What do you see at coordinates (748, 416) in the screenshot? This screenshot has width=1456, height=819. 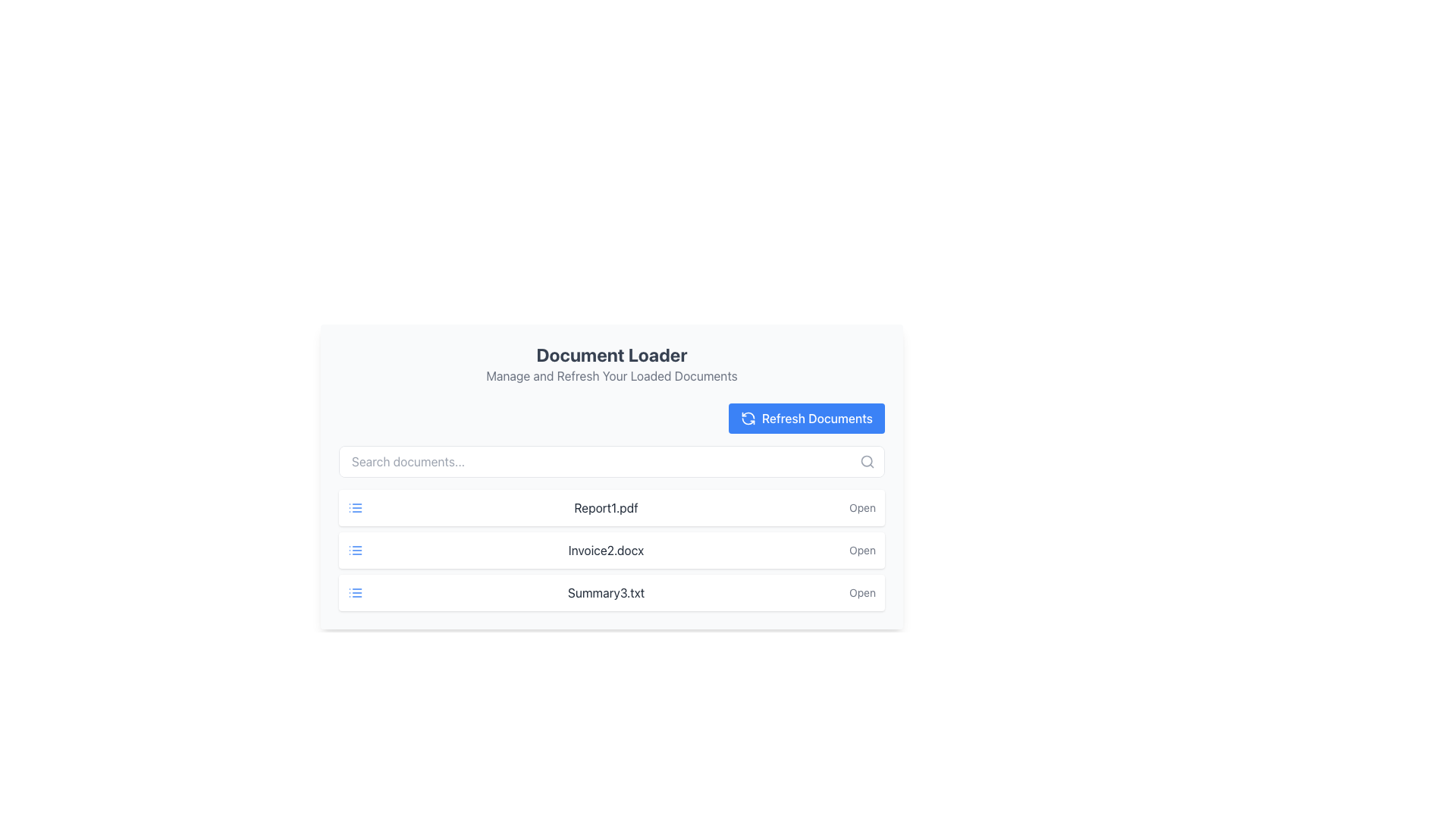 I see `the top-left arc segment of the circular arrow icon, which represents the refresh function, located to the right of the 'Refresh Documents' button` at bounding box center [748, 416].